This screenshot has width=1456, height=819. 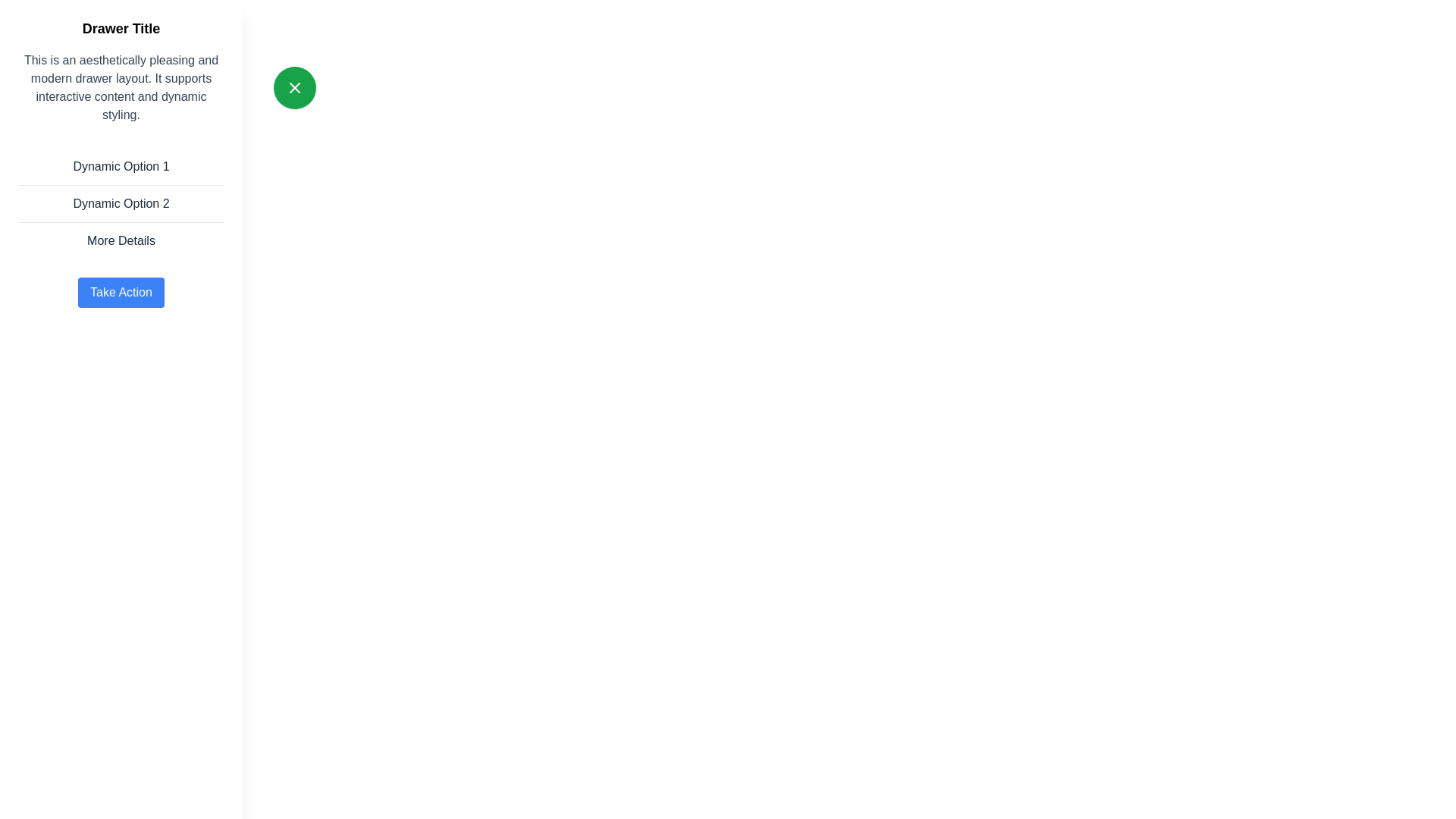 What do you see at coordinates (120, 292) in the screenshot?
I see `the 'Take Action' button` at bounding box center [120, 292].